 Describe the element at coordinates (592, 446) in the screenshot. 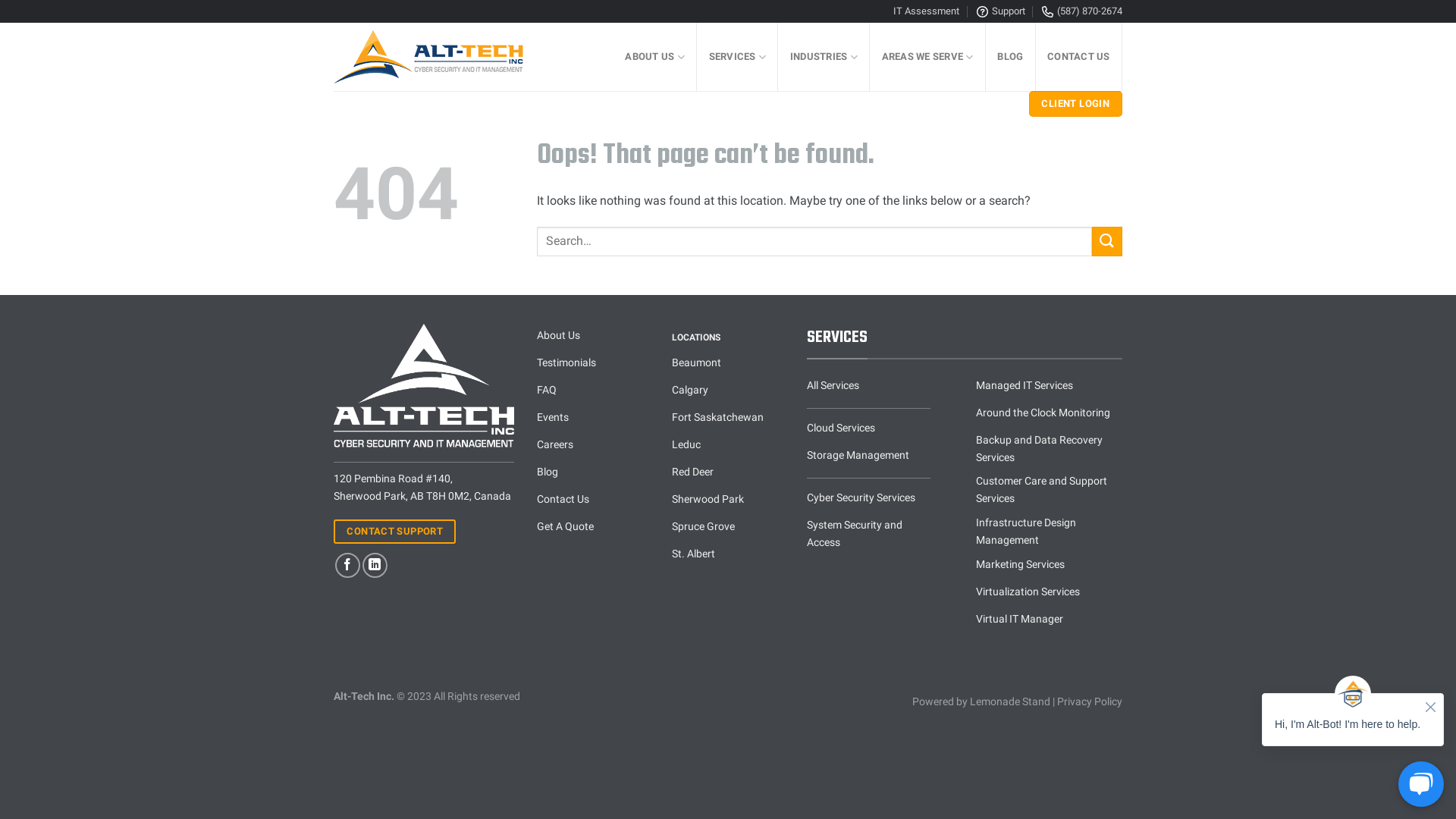

I see `'Careers'` at that location.